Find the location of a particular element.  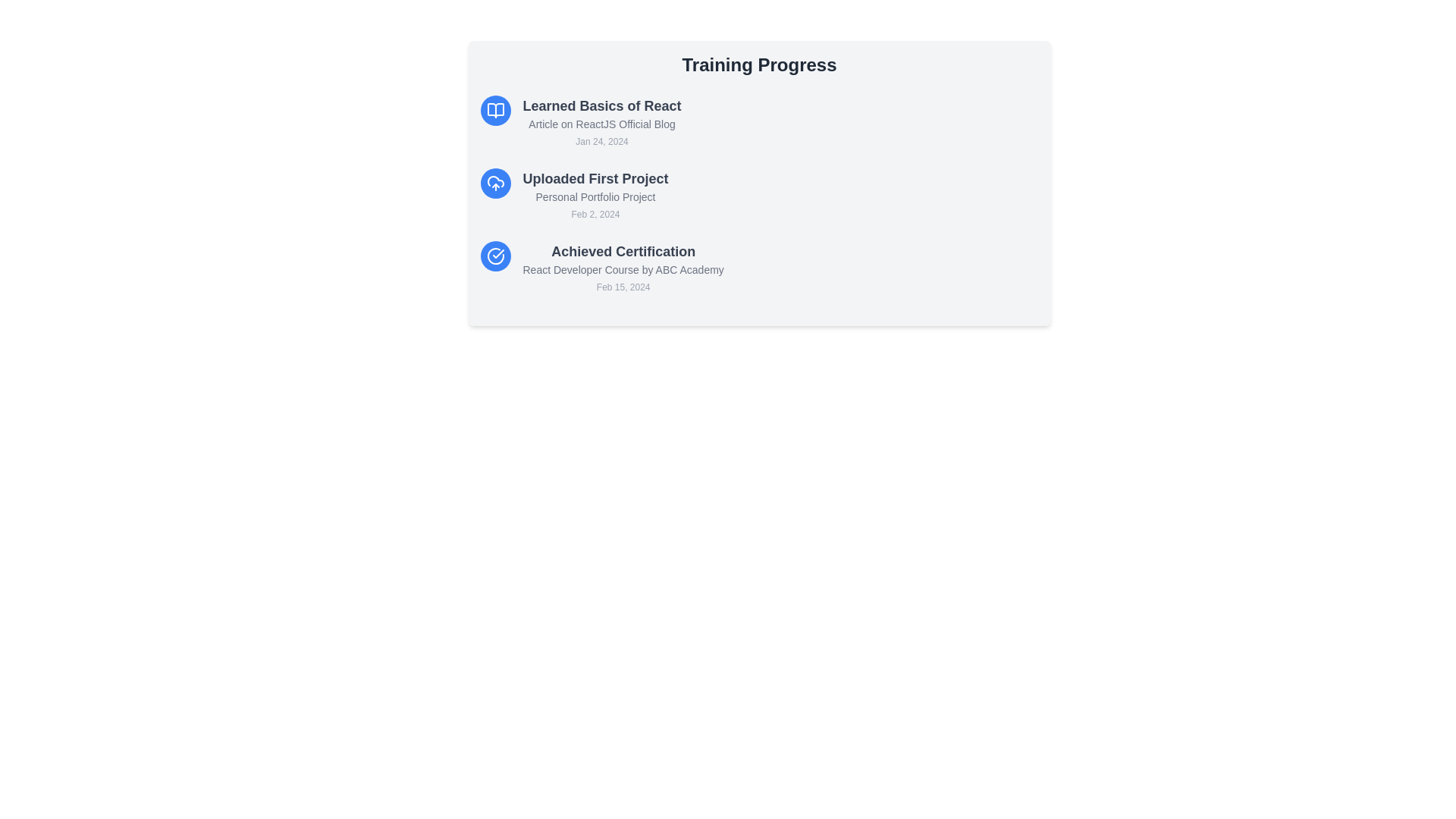

the central List with descriptive entries in the 'Training Progress' section that presents the user's achievements is located at coordinates (759, 195).